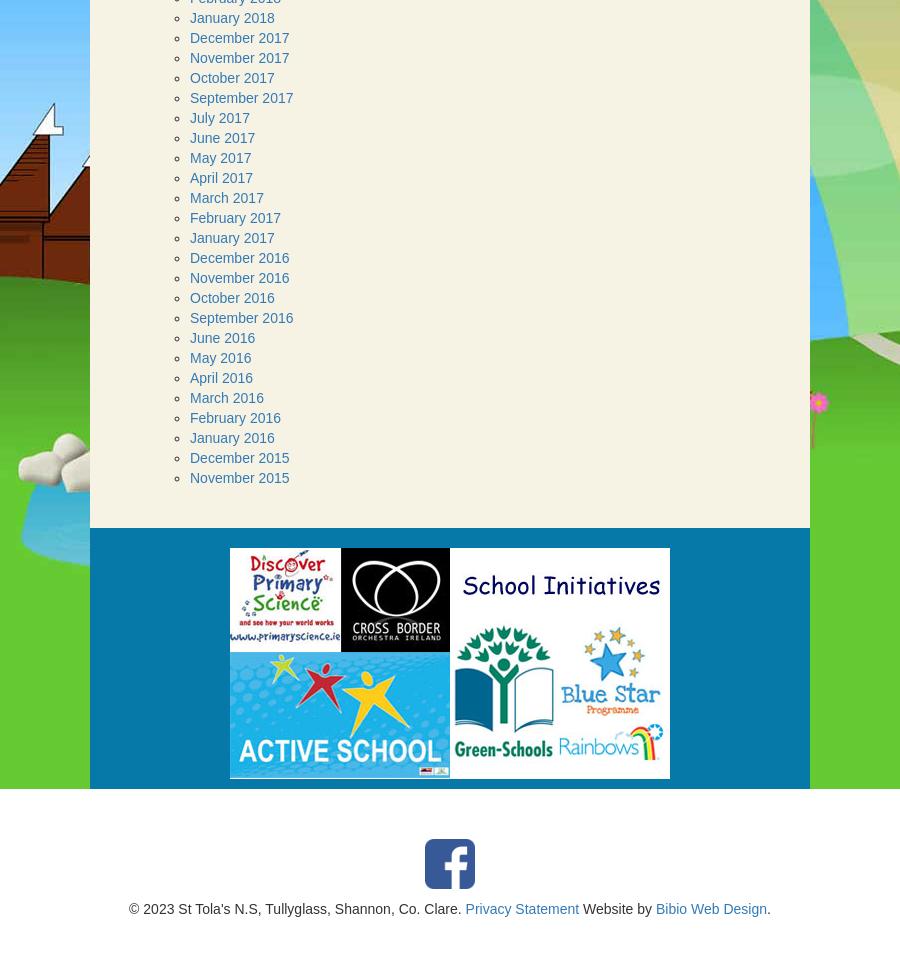 The image size is (900, 966). I want to click on 'February 2016', so click(234, 416).